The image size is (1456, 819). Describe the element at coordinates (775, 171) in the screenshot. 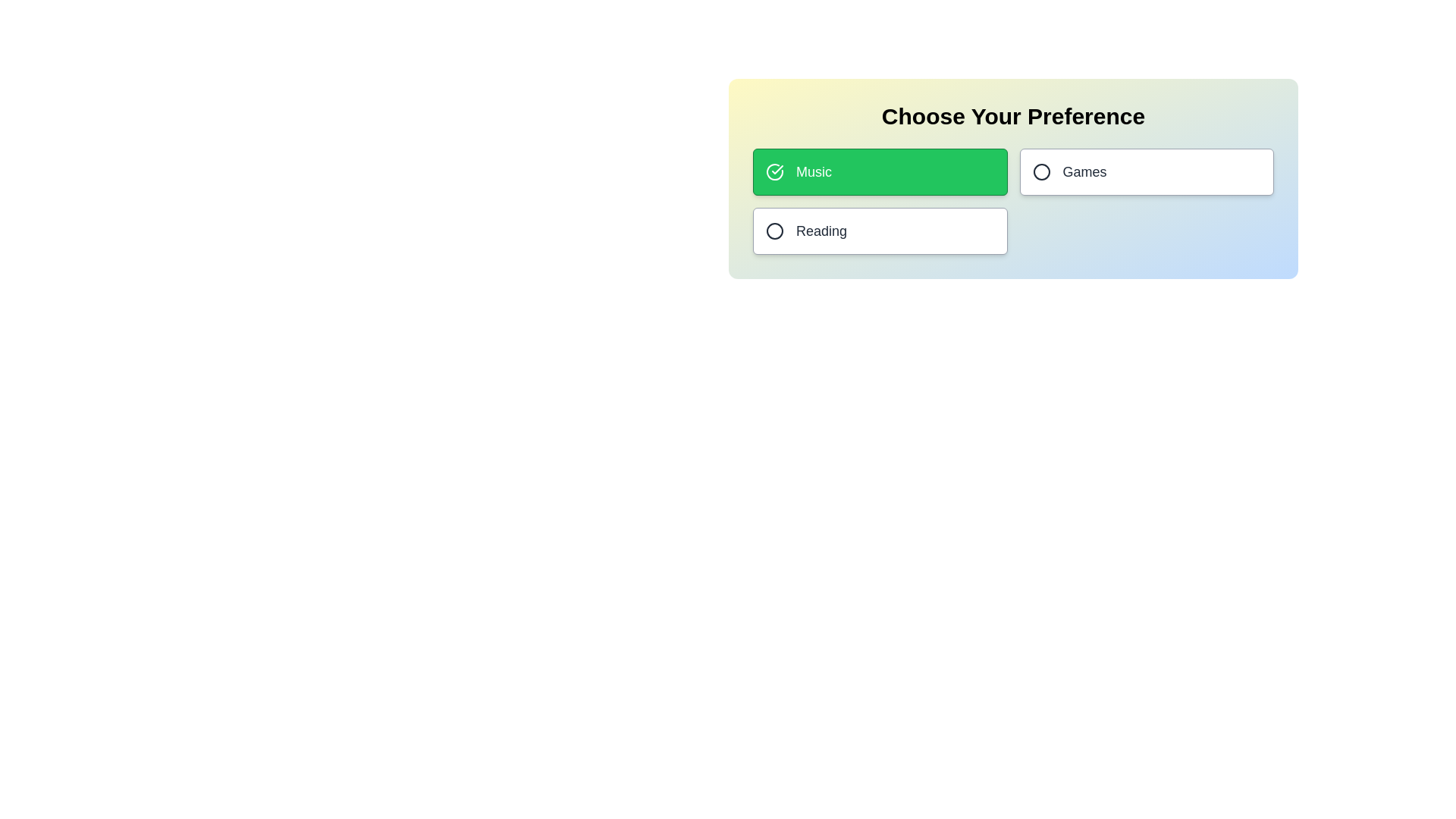

I see `the green circular icon with a white check mark inside, located to the left of the 'Music' text in the green button labeled 'Music'` at that location.